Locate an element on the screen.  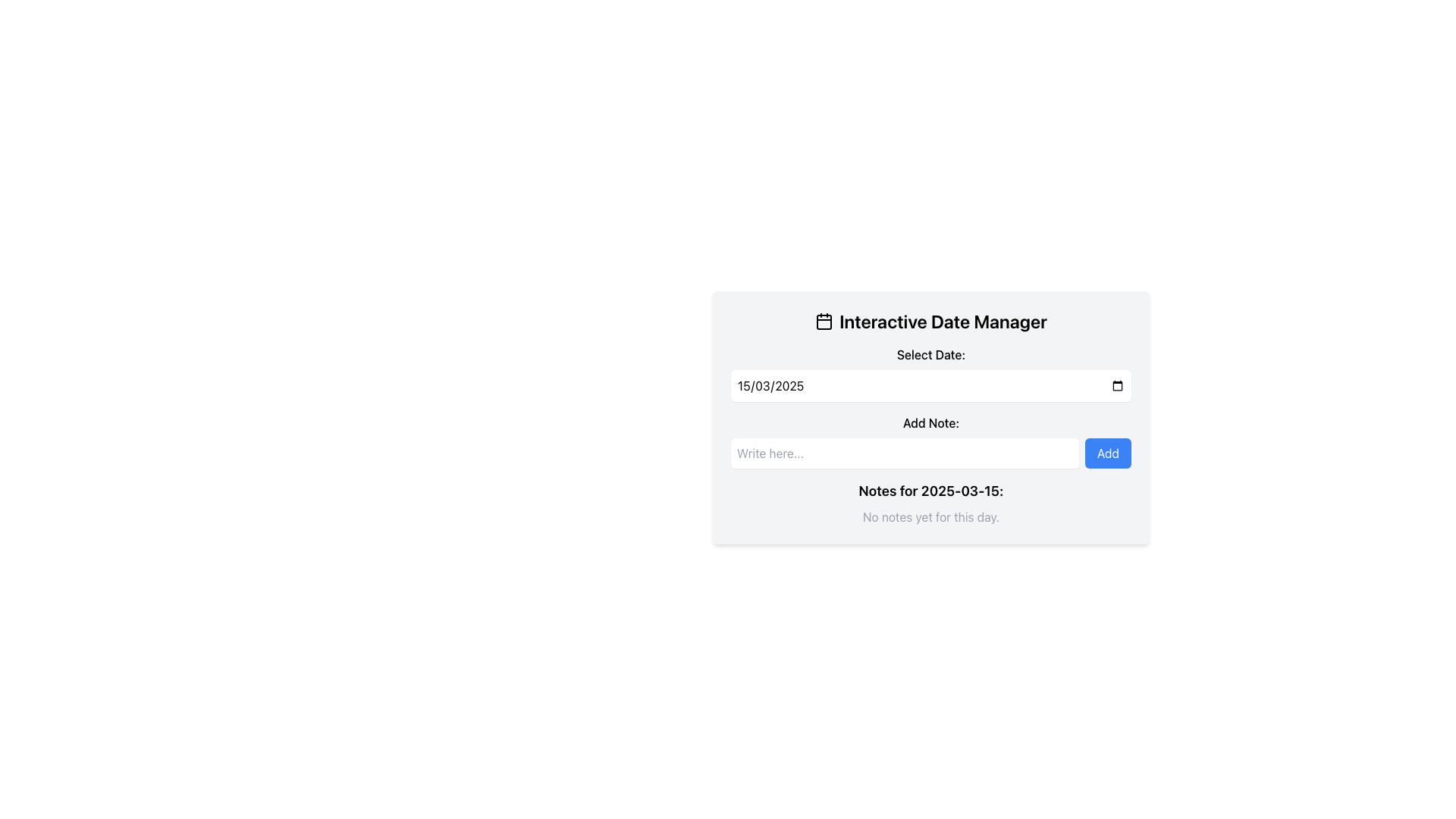
a date using the calendar icon in the date input field of the 'Interactive Date Manager' section is located at coordinates (930, 374).